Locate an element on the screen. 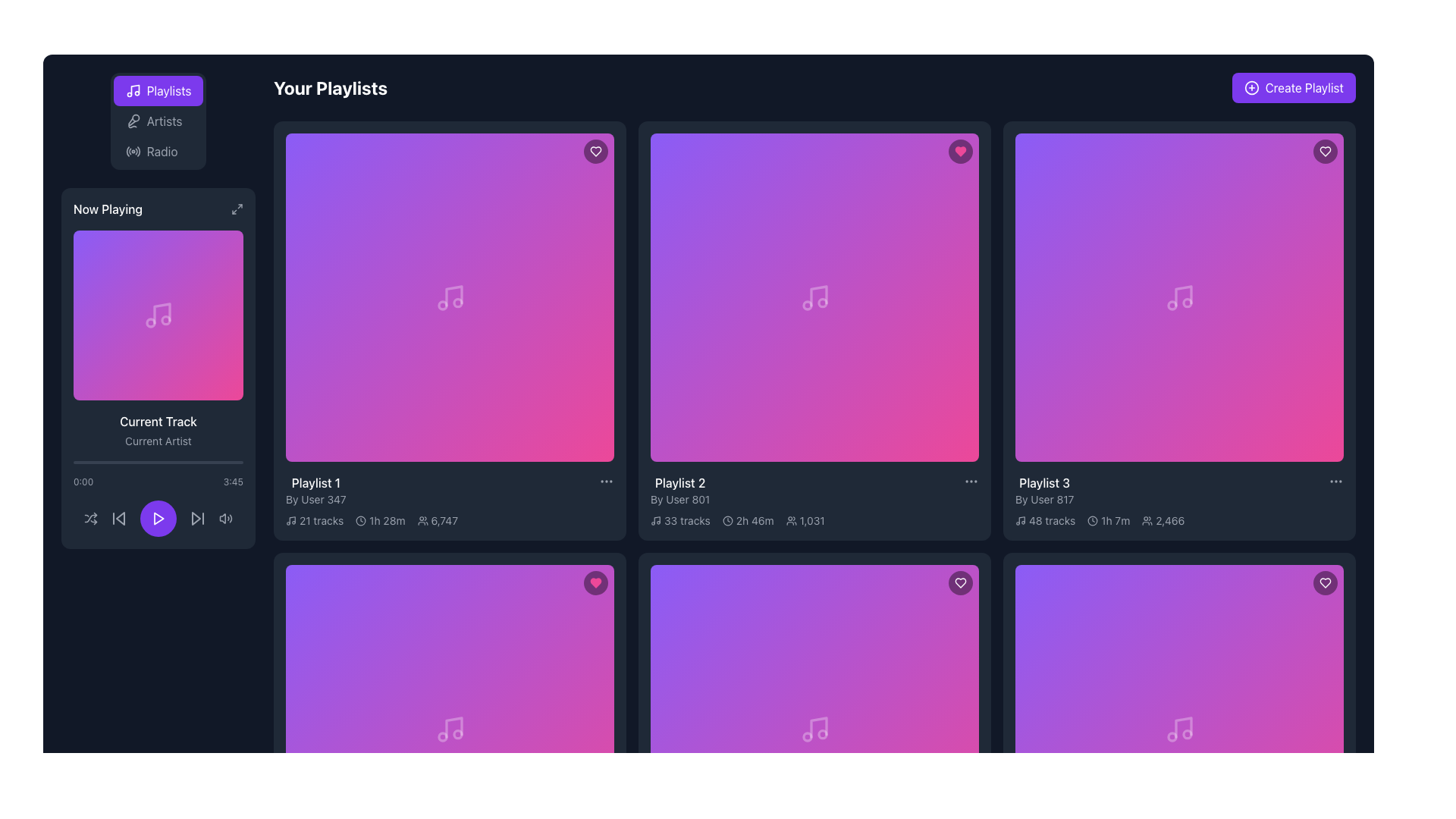  the text element displaying the number of users or listeners associated with the second playlist card from the left in the top row, located to the right of the user icon is located at coordinates (811, 519).